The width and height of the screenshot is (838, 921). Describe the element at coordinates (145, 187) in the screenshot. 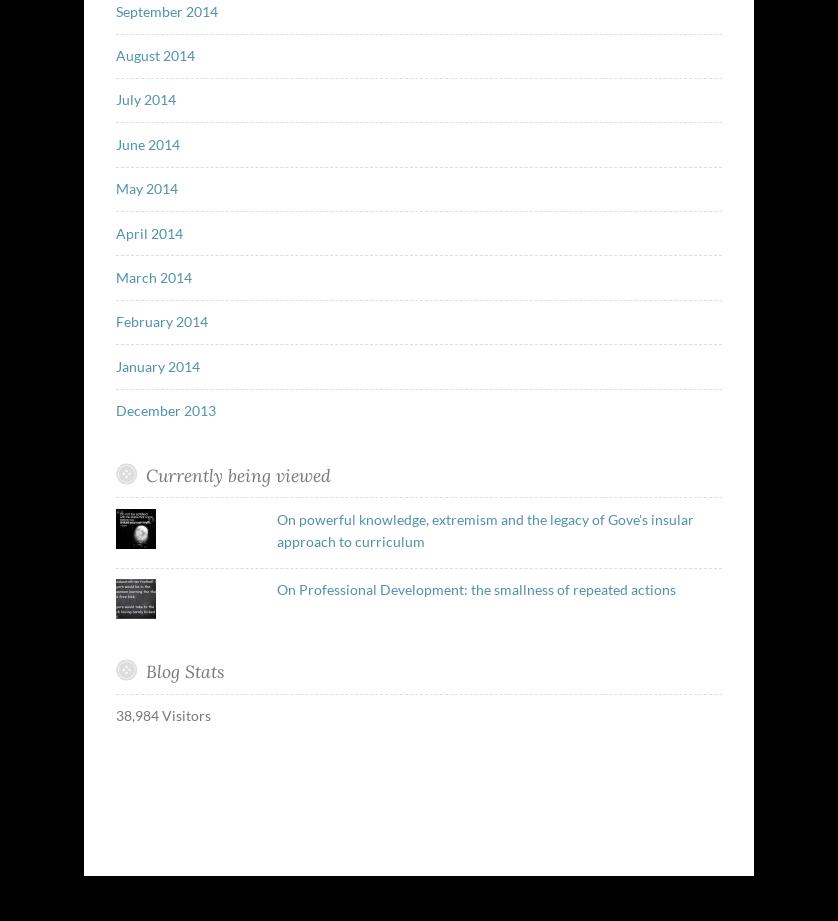

I see `'May 2014'` at that location.